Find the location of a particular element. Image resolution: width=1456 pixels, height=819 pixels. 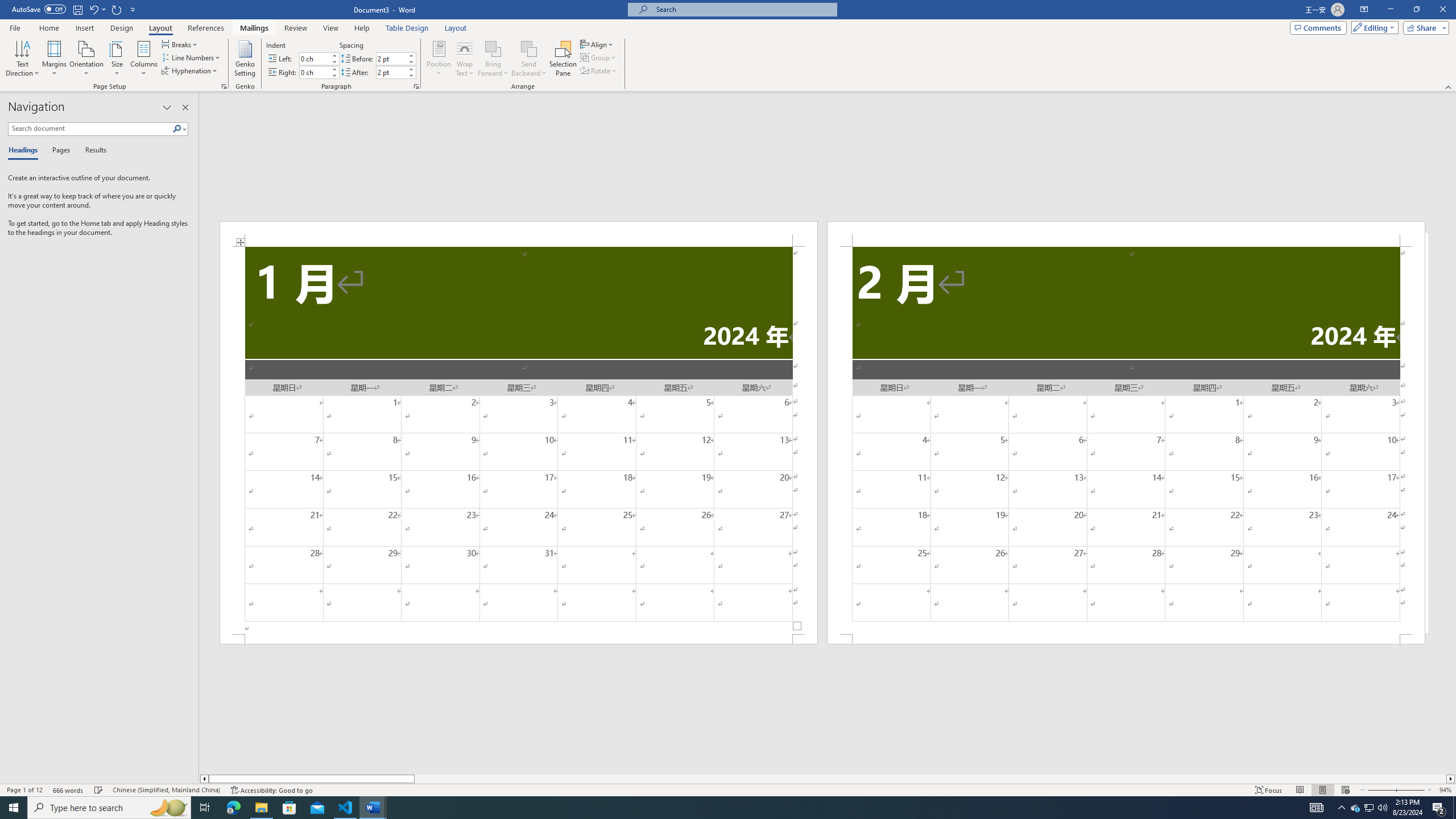

'Bring Forward' is located at coordinates (492, 48).